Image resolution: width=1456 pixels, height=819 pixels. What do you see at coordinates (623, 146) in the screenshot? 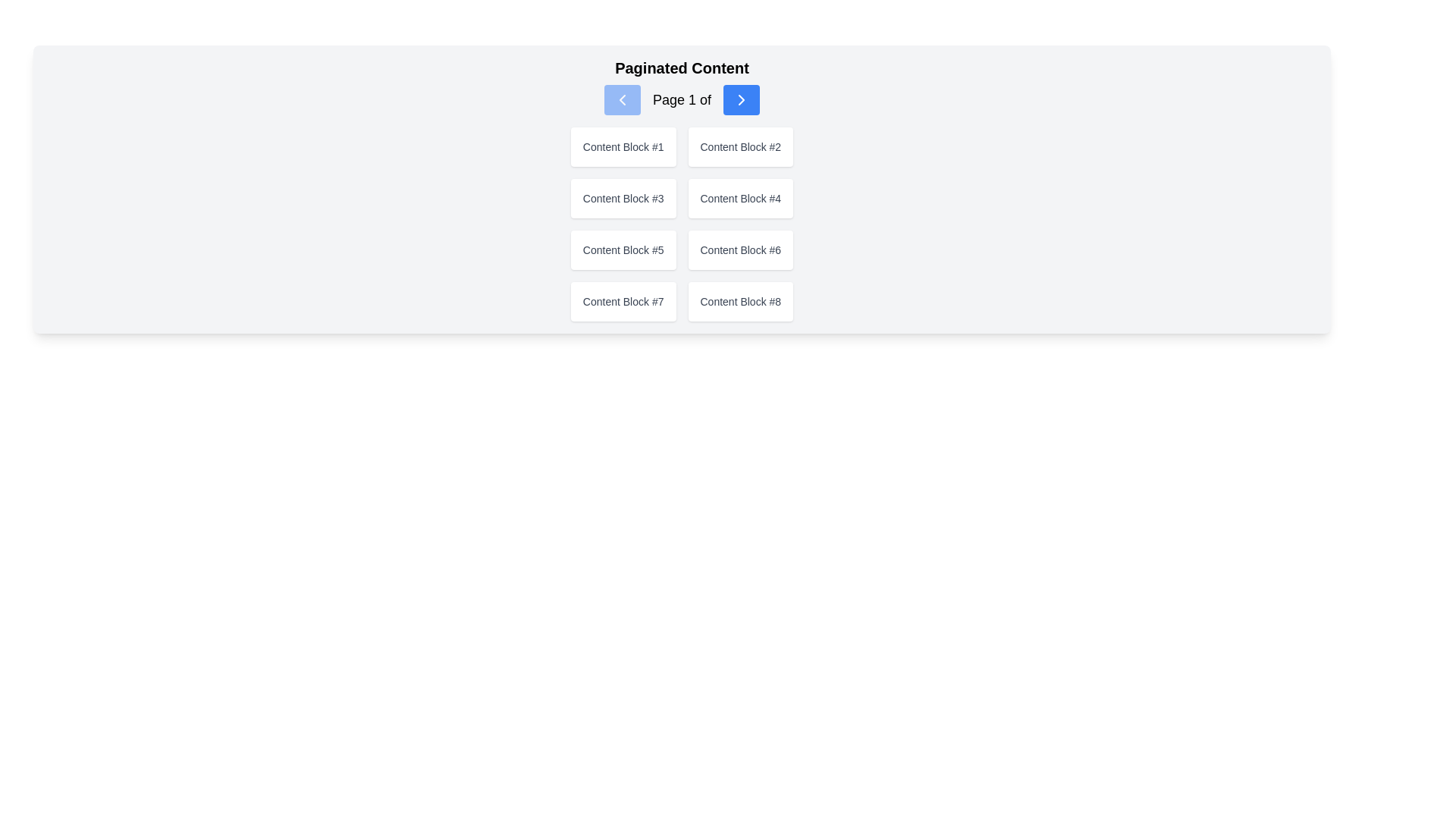
I see `text label displaying 'Content Block #1' located in the top-left corner of the grid under the 'Paginated Content' title` at bounding box center [623, 146].